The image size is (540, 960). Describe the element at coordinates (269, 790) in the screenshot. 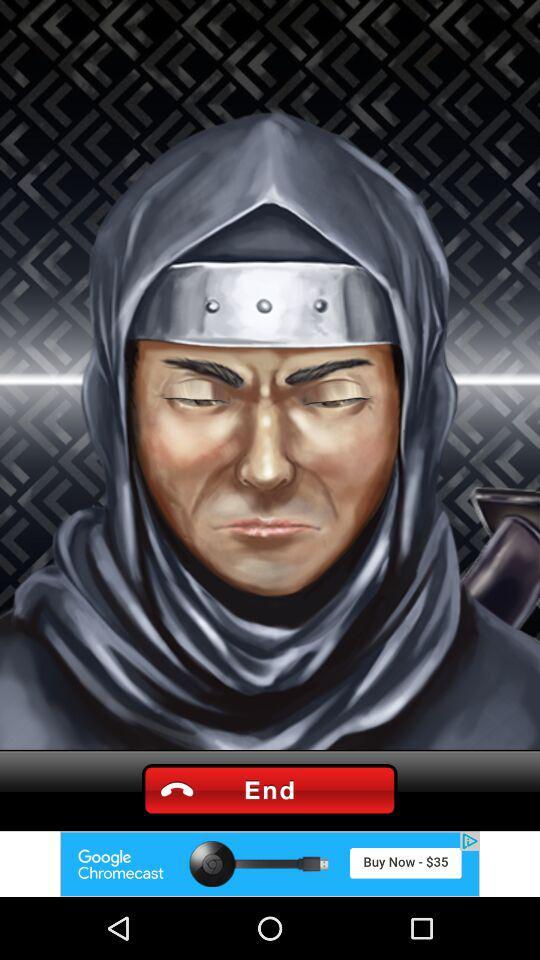

I see `end call` at that location.